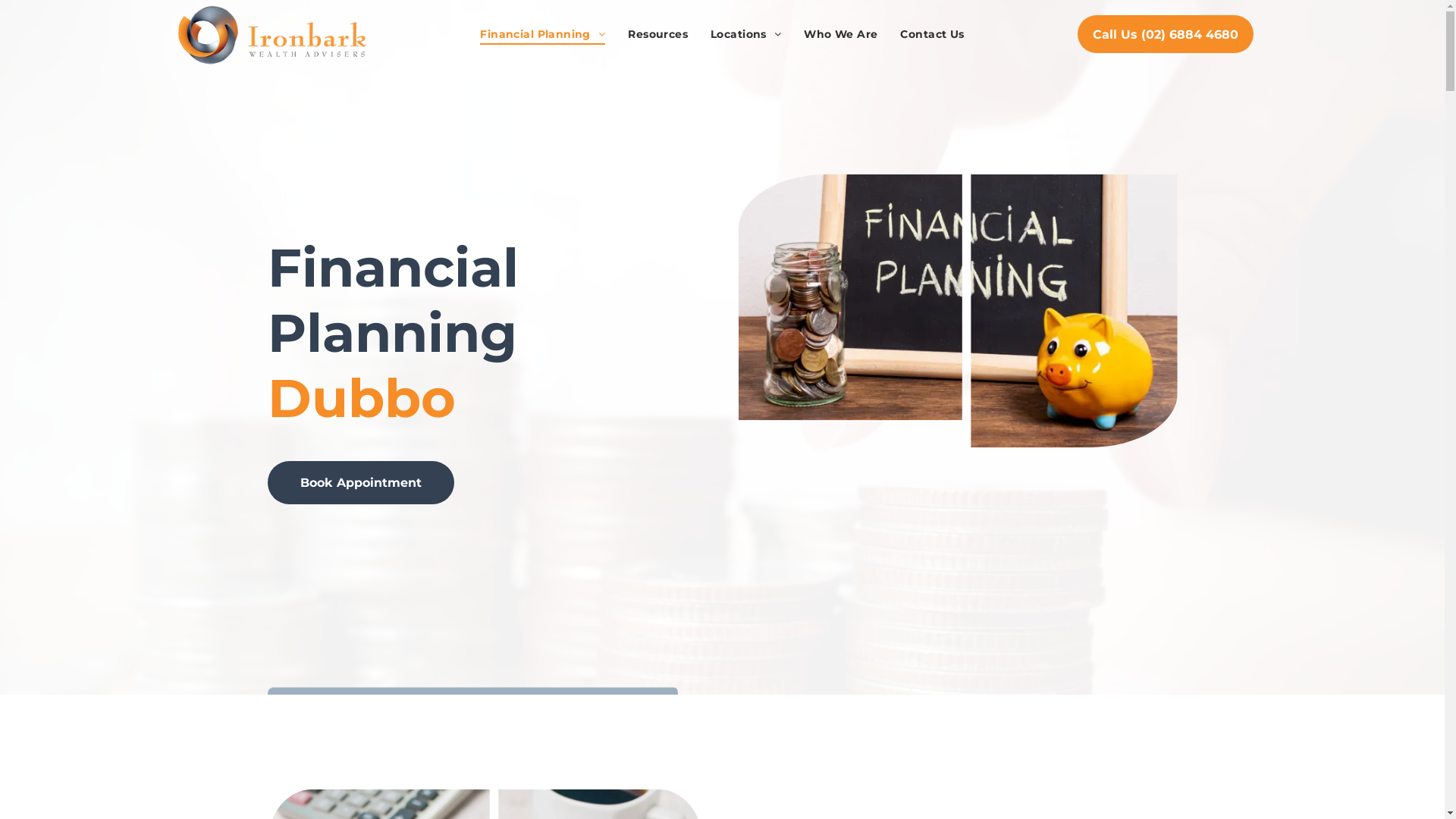  Describe the element at coordinates (839, 34) in the screenshot. I see `'Who We Are'` at that location.